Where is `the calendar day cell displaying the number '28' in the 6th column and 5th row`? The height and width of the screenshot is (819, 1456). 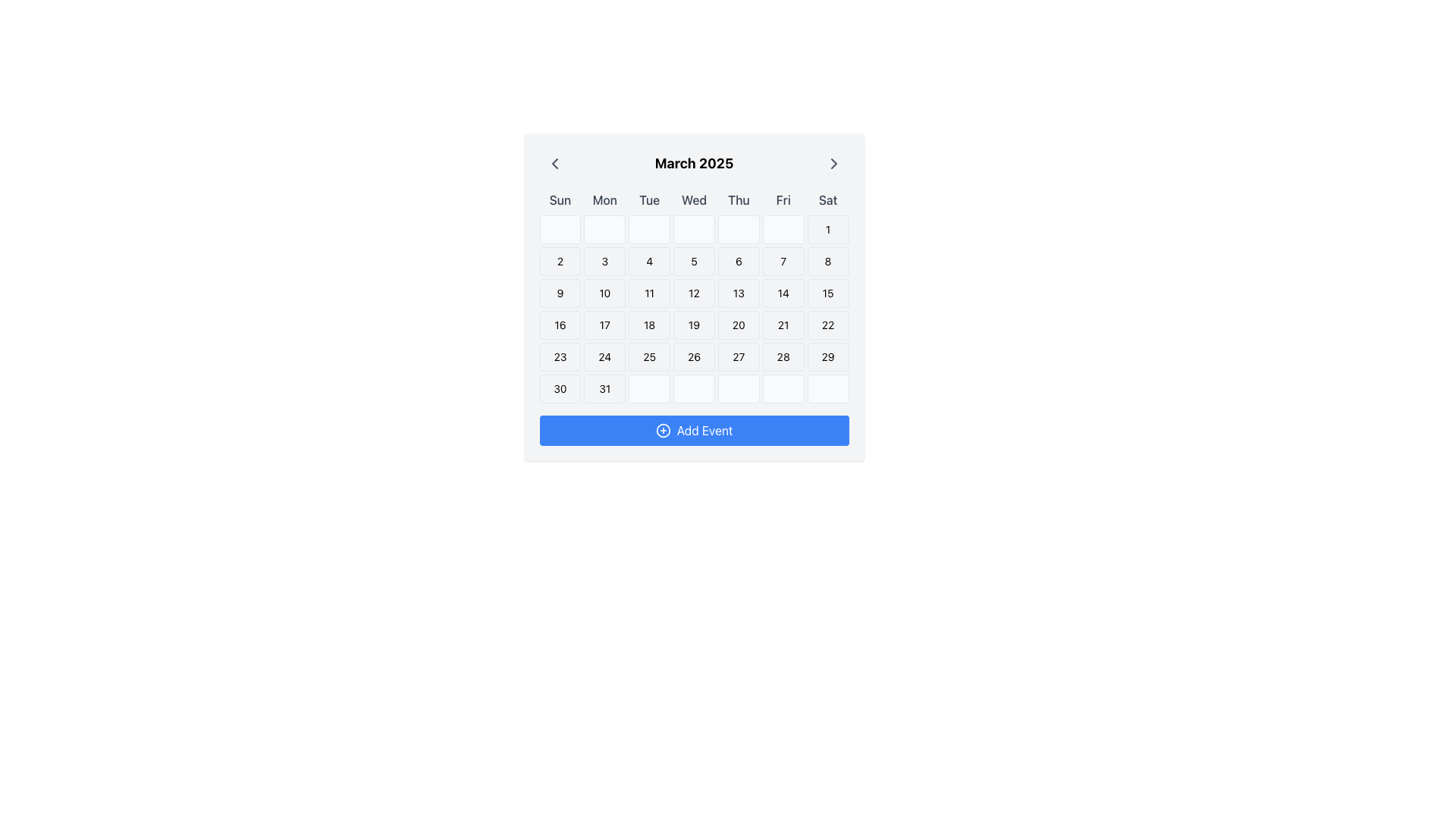 the calendar day cell displaying the number '28' in the 6th column and 5th row is located at coordinates (783, 356).